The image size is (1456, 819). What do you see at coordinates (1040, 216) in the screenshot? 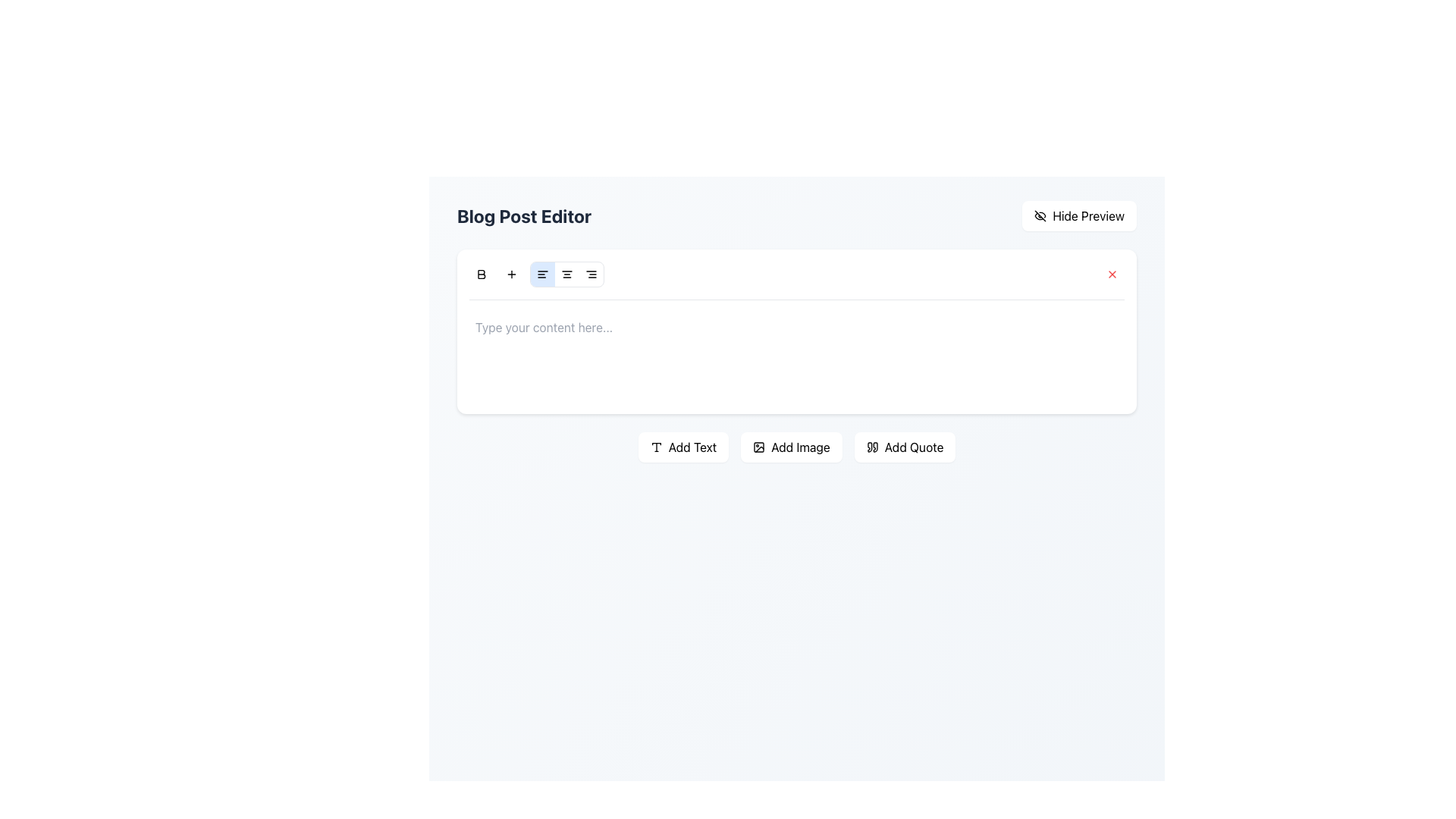
I see `the 'Hide Preview' icon located at the top-right of the interface, which visually represents the action of hiding or disabling the preview functionality` at bounding box center [1040, 216].